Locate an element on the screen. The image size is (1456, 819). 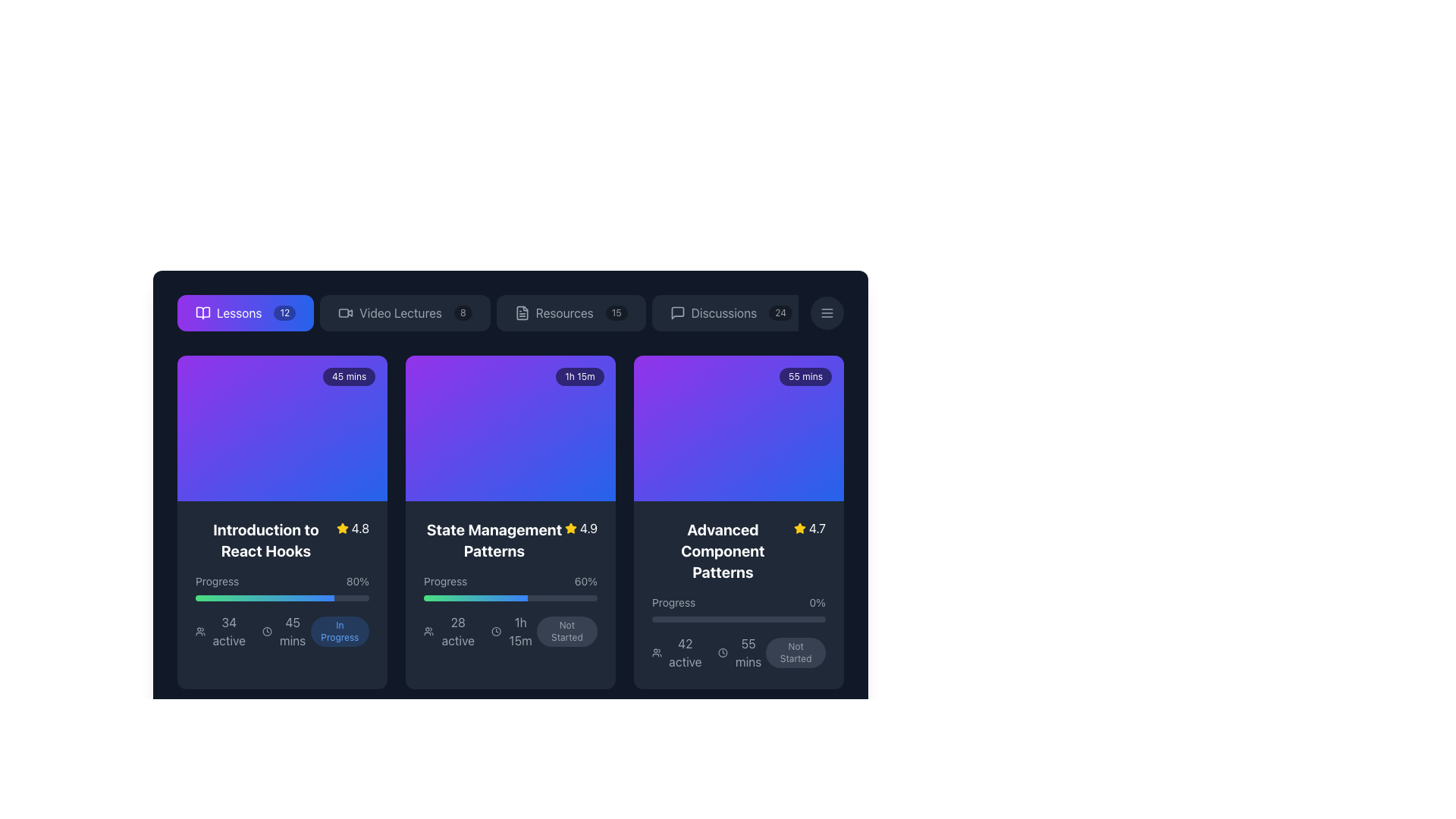
the user activity icon located at the bottom left of the 'Advanced Component Patterns' card, which visually represents active users and aligns with the text '42 active.' is located at coordinates (657, 651).